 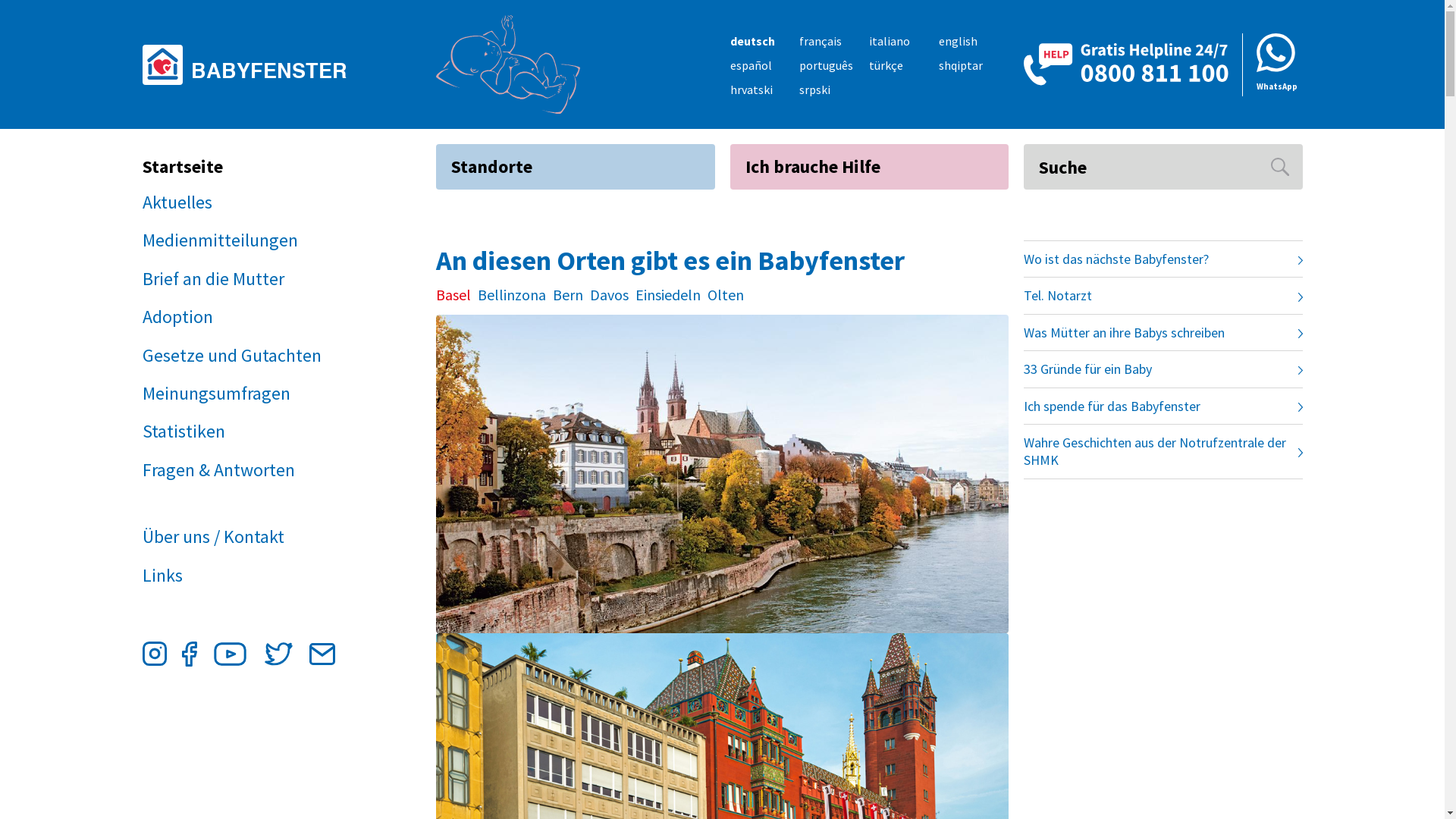 What do you see at coordinates (254, 315) in the screenshot?
I see `'Adoption'` at bounding box center [254, 315].